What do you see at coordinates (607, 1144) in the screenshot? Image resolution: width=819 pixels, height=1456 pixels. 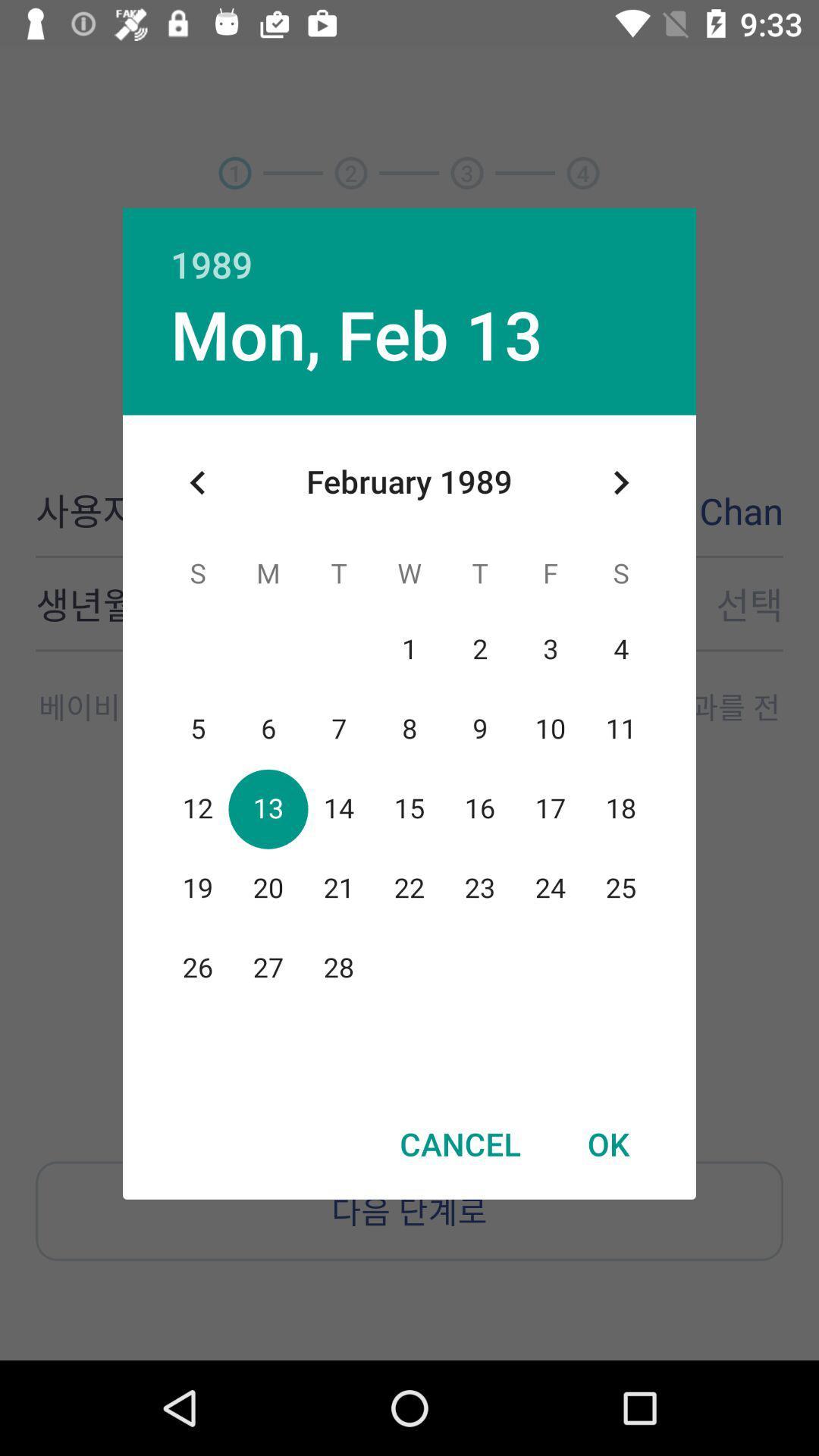 I see `ok item` at bounding box center [607, 1144].